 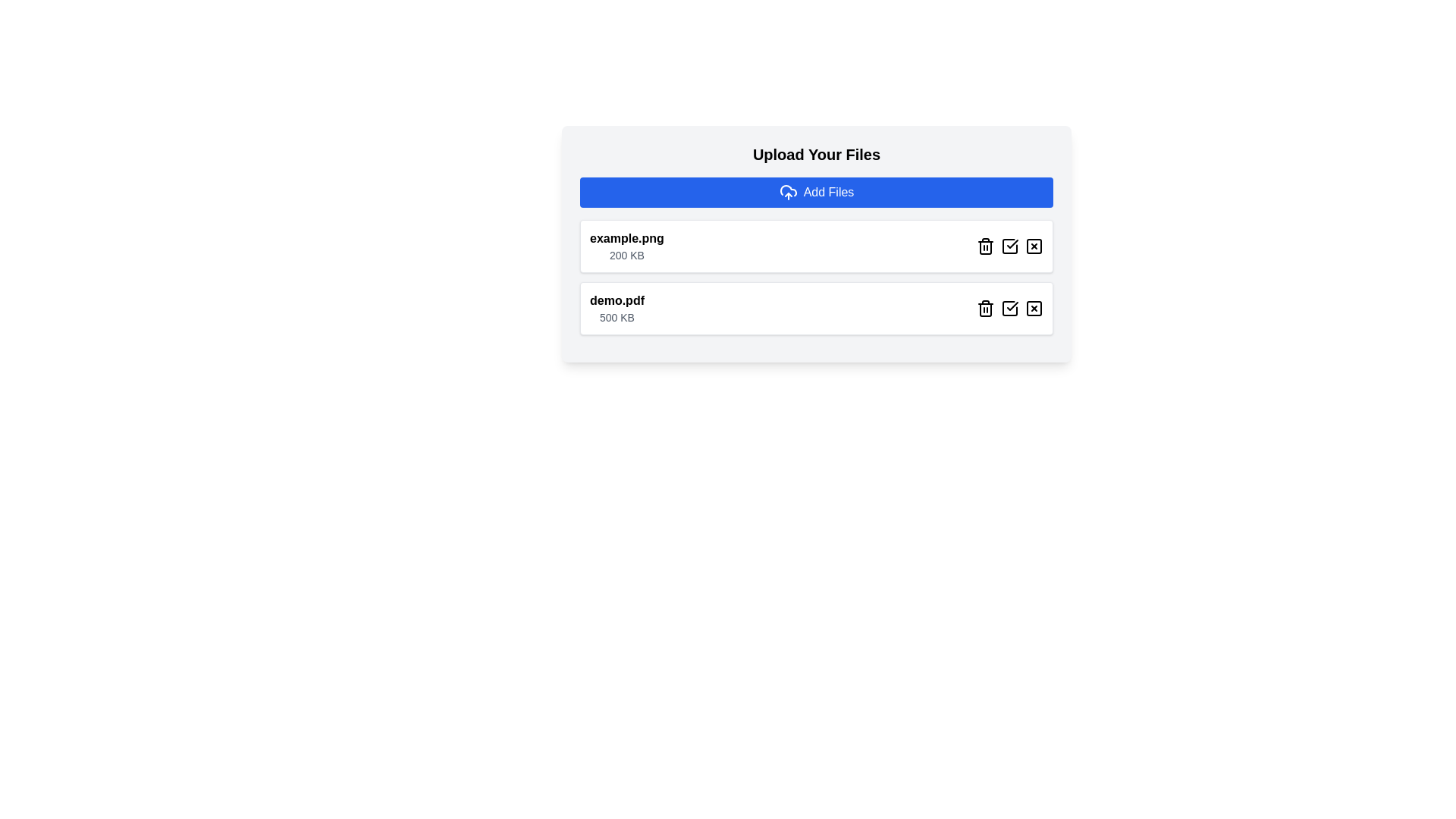 I want to click on the text label representing the first file entry in the list of uploaded files, so click(x=626, y=245).